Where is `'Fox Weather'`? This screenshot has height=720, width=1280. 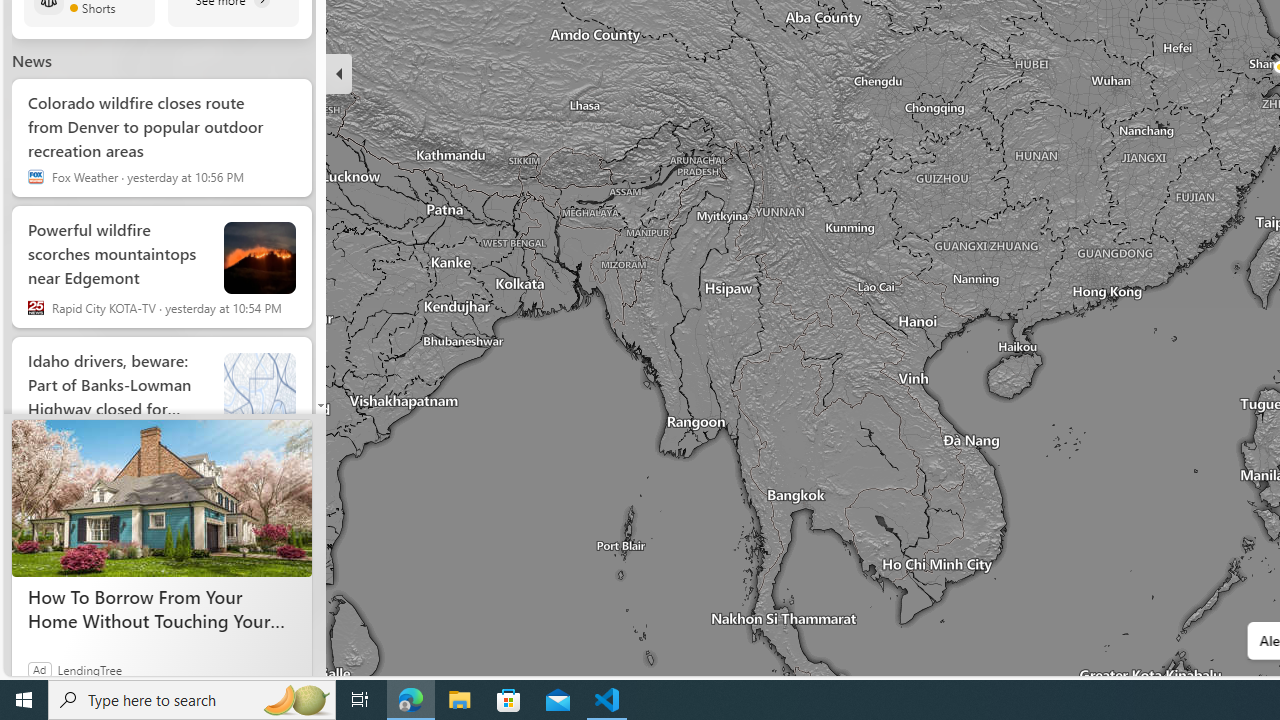 'Fox Weather' is located at coordinates (35, 176).